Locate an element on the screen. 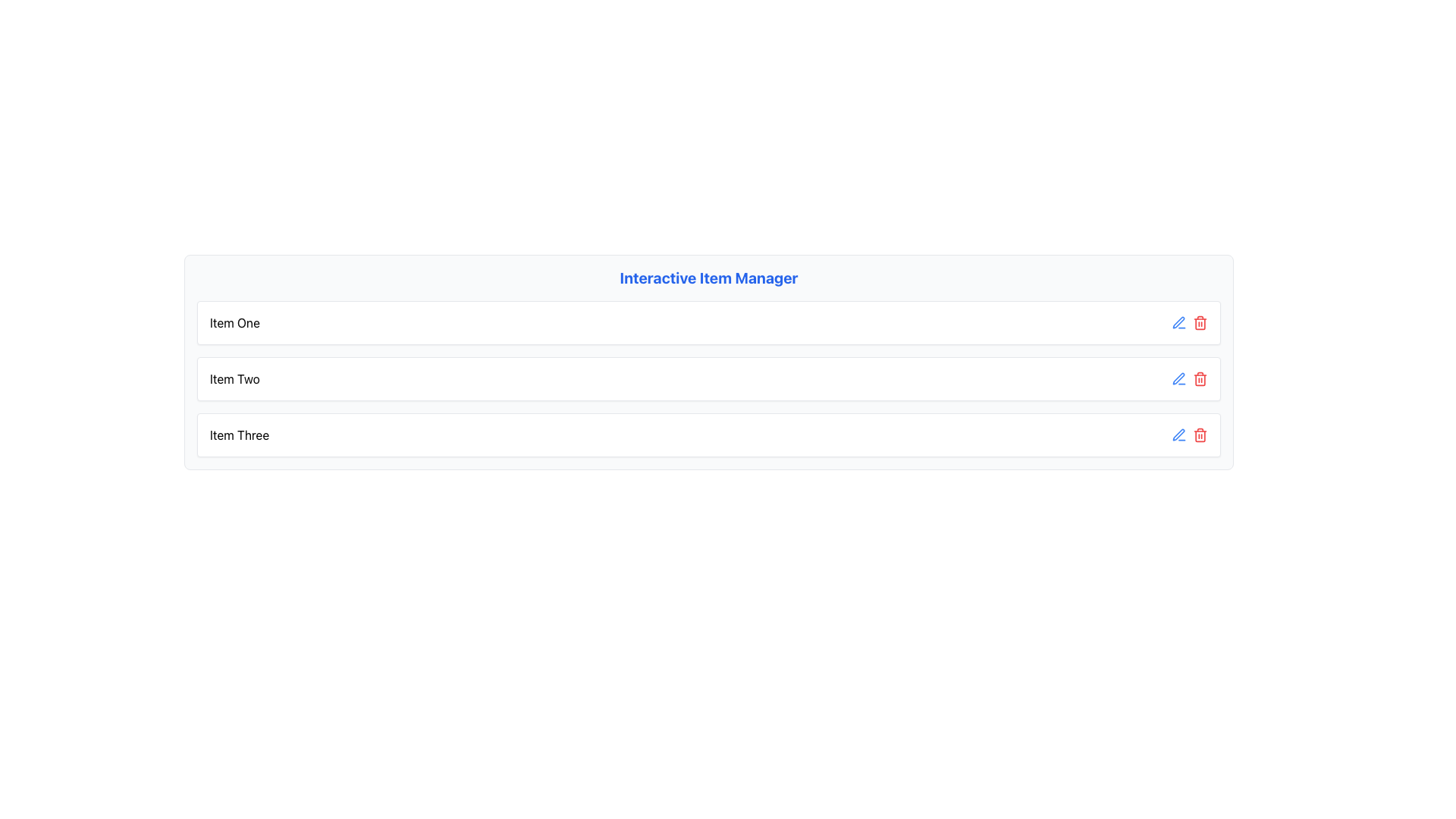  the Text label that serves as the header for its respective list item is located at coordinates (234, 322).